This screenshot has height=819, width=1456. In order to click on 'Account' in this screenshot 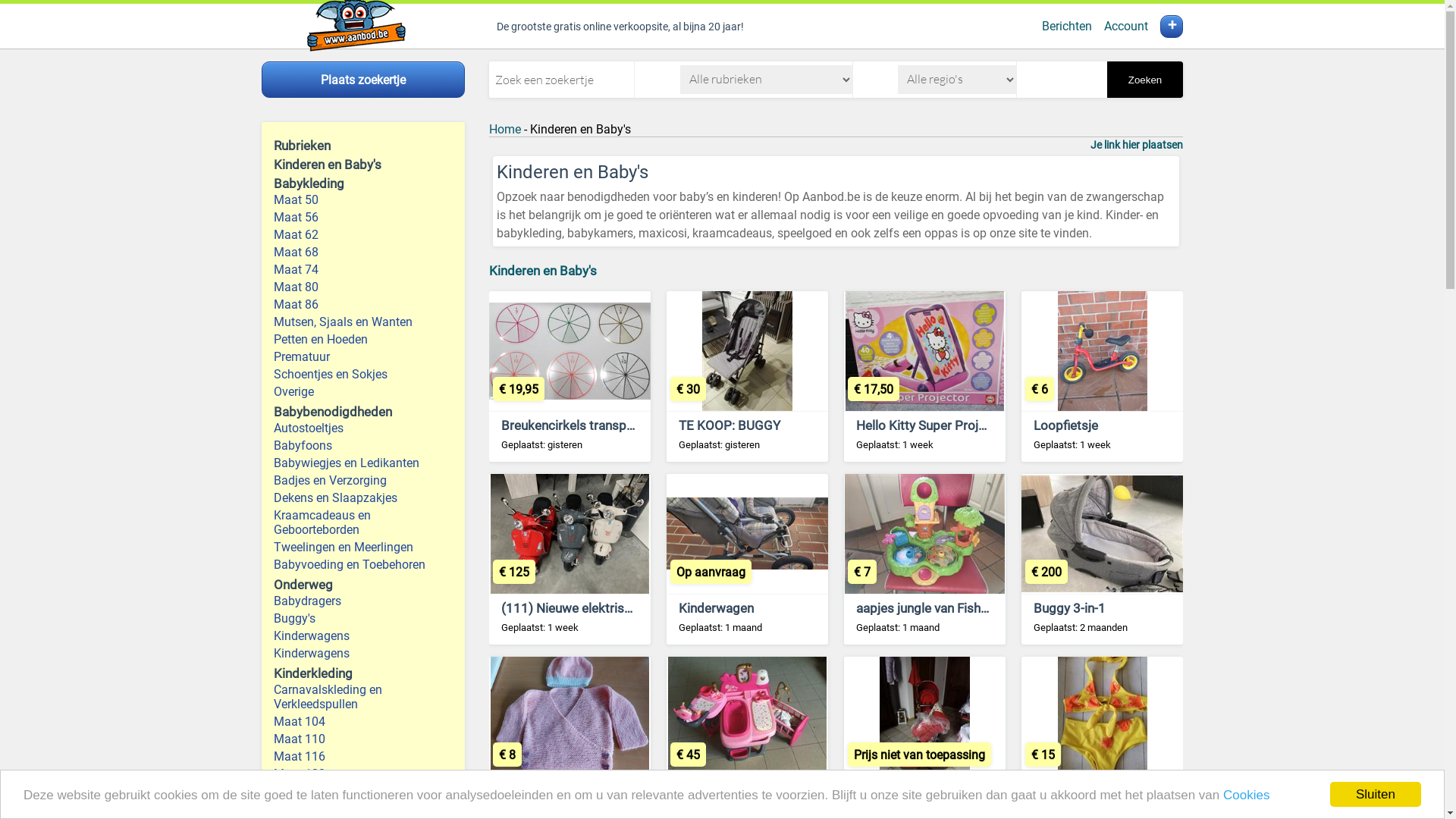, I will do `click(1125, 26)`.